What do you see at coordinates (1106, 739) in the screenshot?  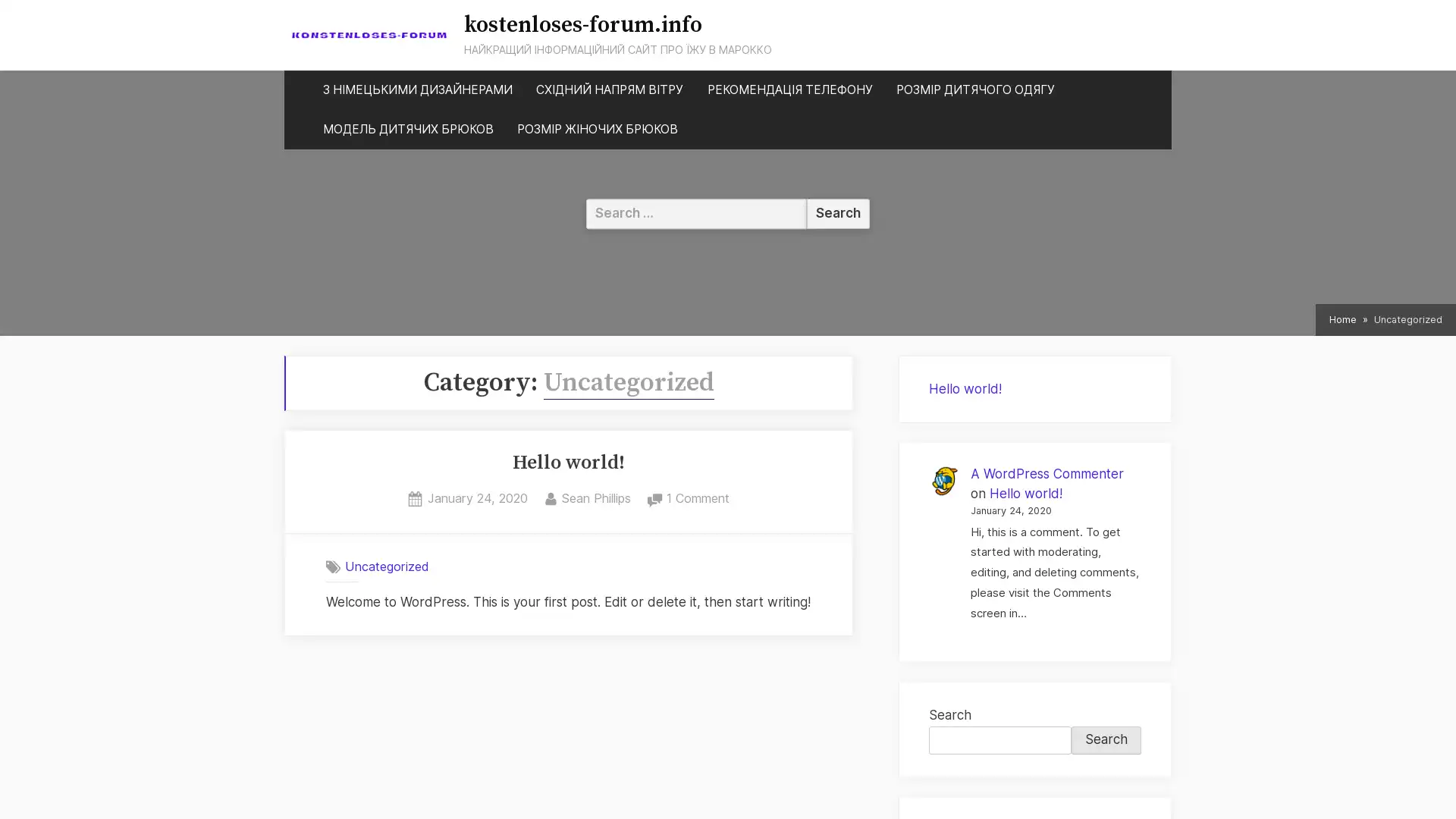 I see `Search` at bounding box center [1106, 739].